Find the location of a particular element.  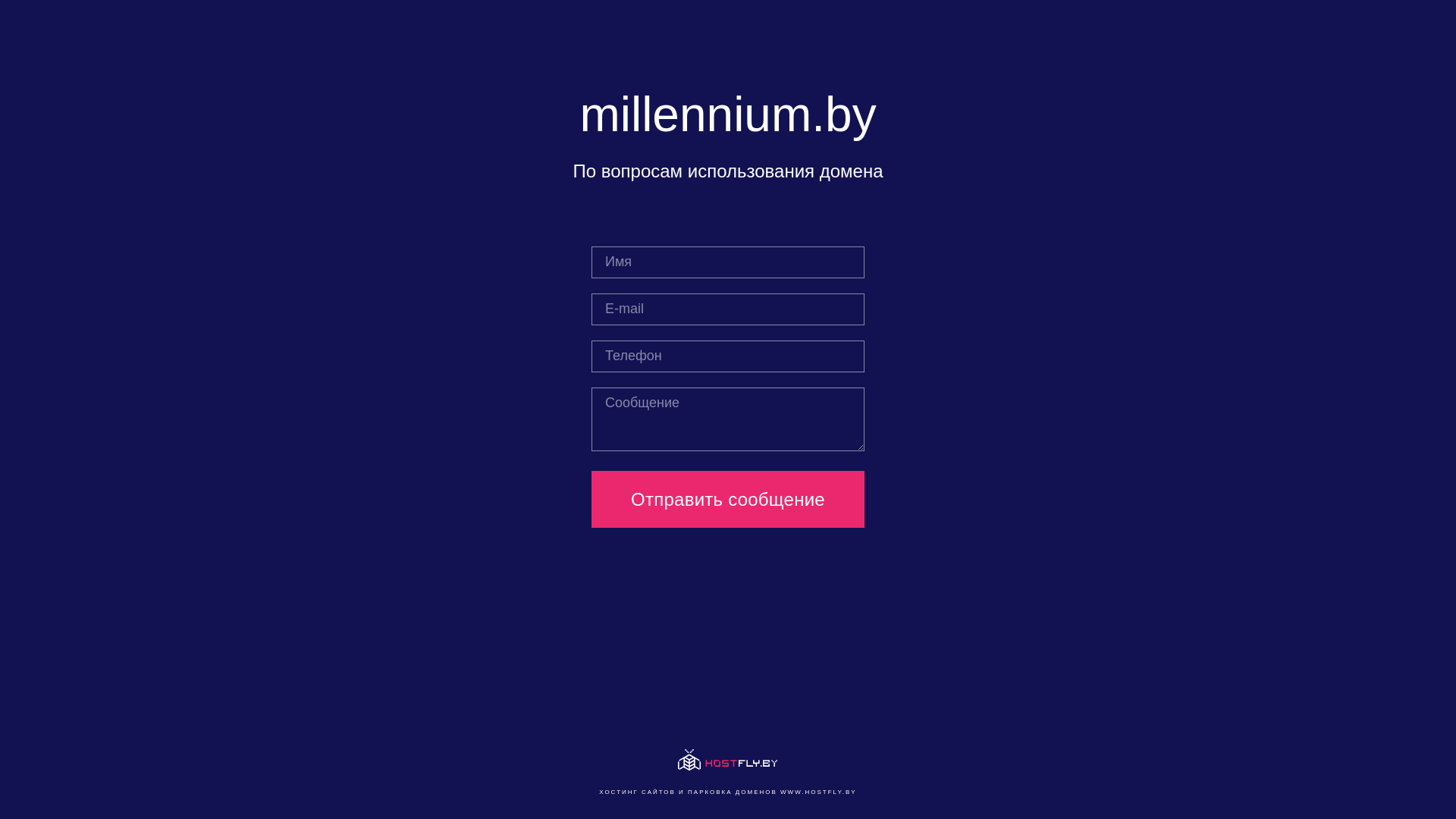

'WWW.HOSTFLY.BY' is located at coordinates (817, 791).